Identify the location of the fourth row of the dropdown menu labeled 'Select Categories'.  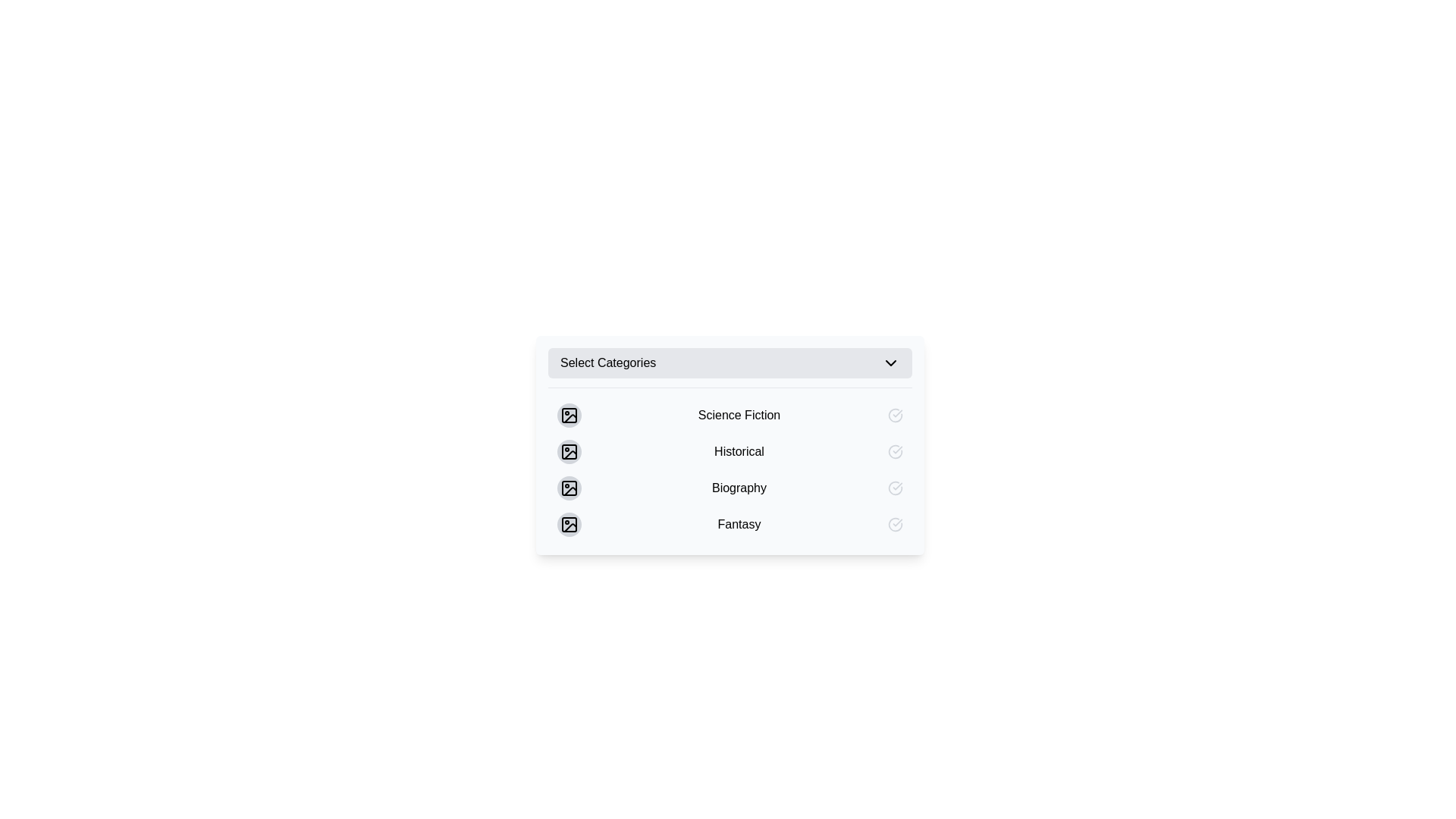
(730, 523).